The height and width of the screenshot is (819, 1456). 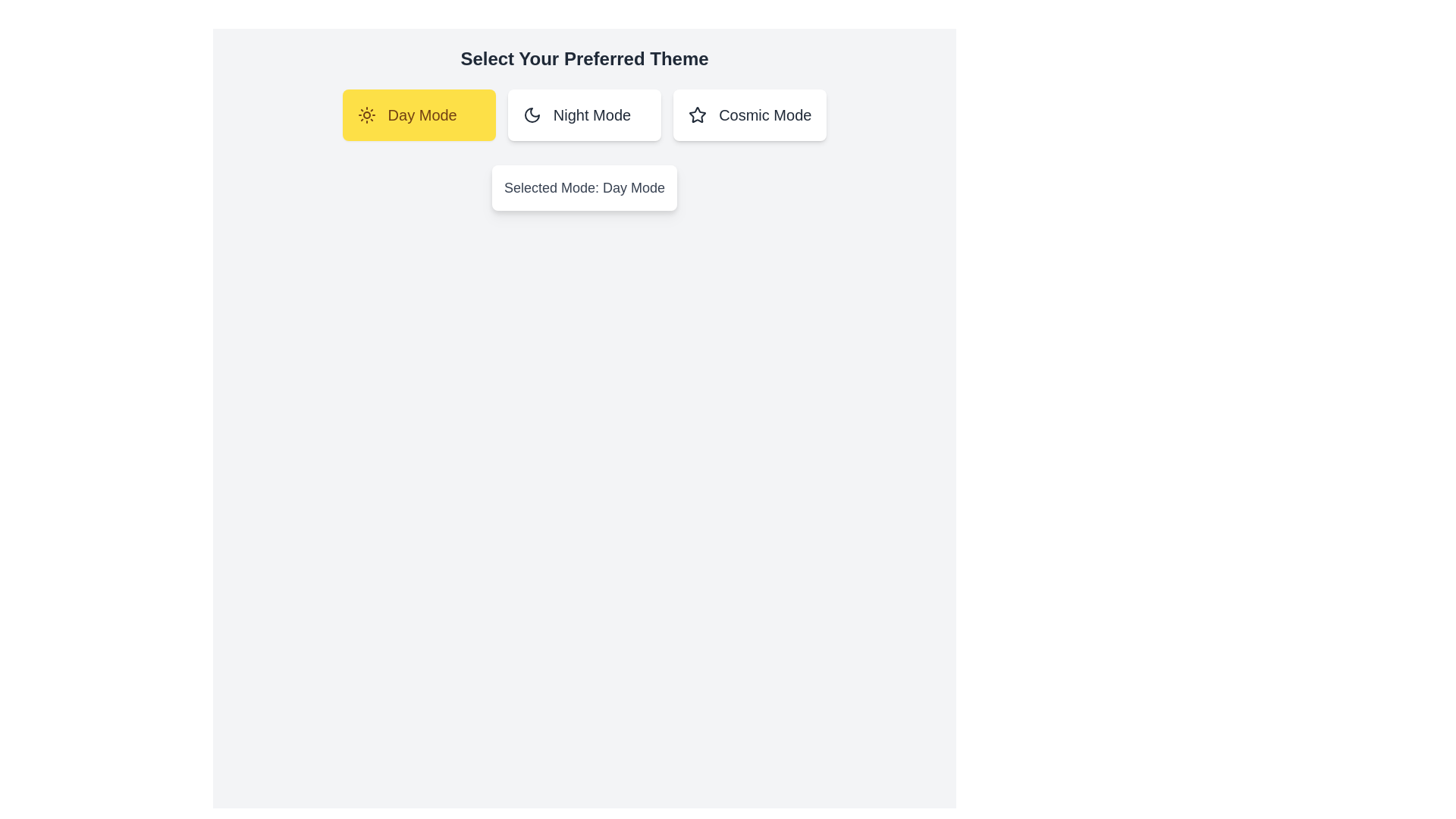 What do you see at coordinates (584, 114) in the screenshot?
I see `the Night Mode button to observe its hover effect` at bounding box center [584, 114].